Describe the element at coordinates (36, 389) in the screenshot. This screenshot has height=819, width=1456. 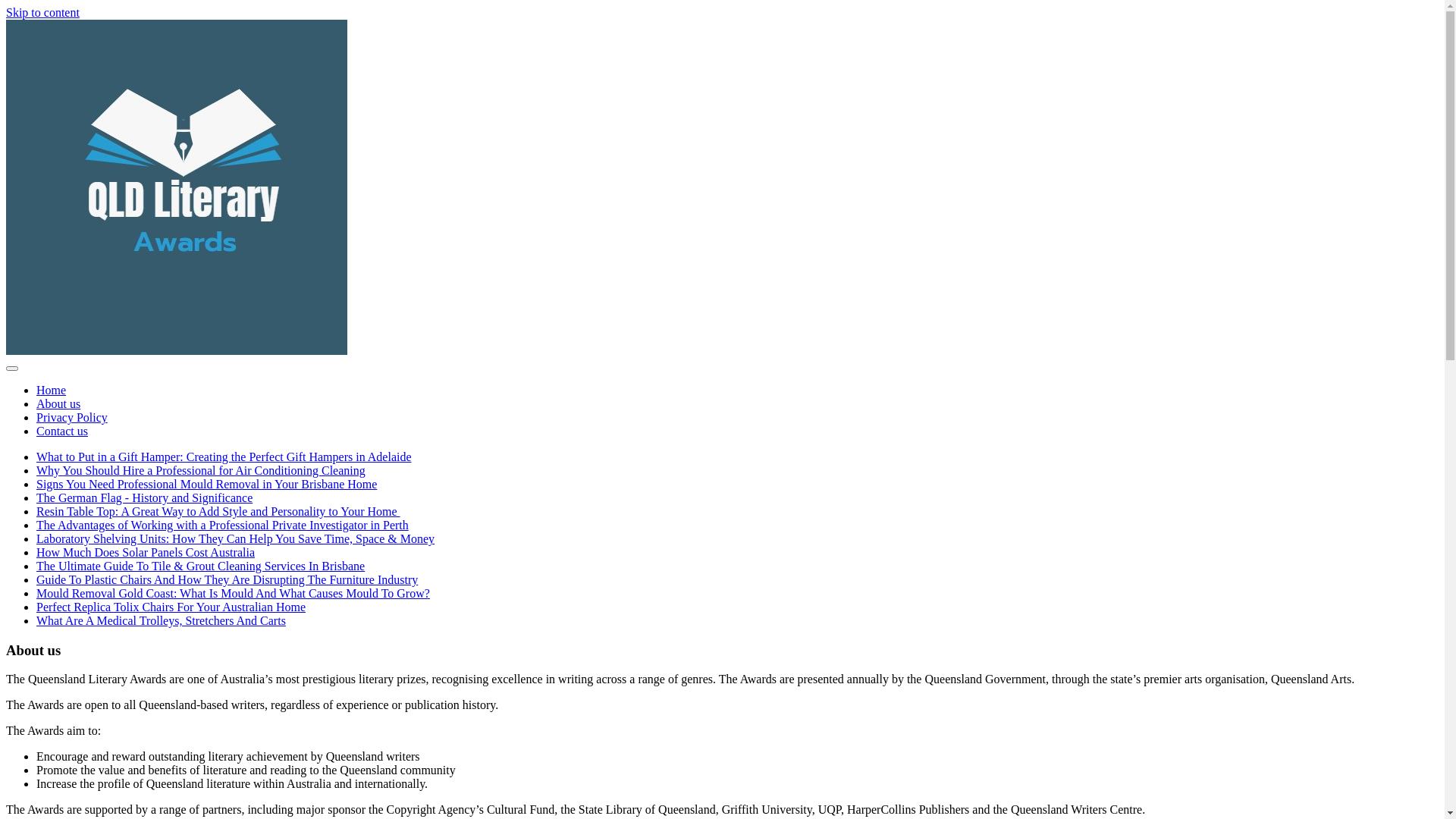
I see `'Home'` at that location.